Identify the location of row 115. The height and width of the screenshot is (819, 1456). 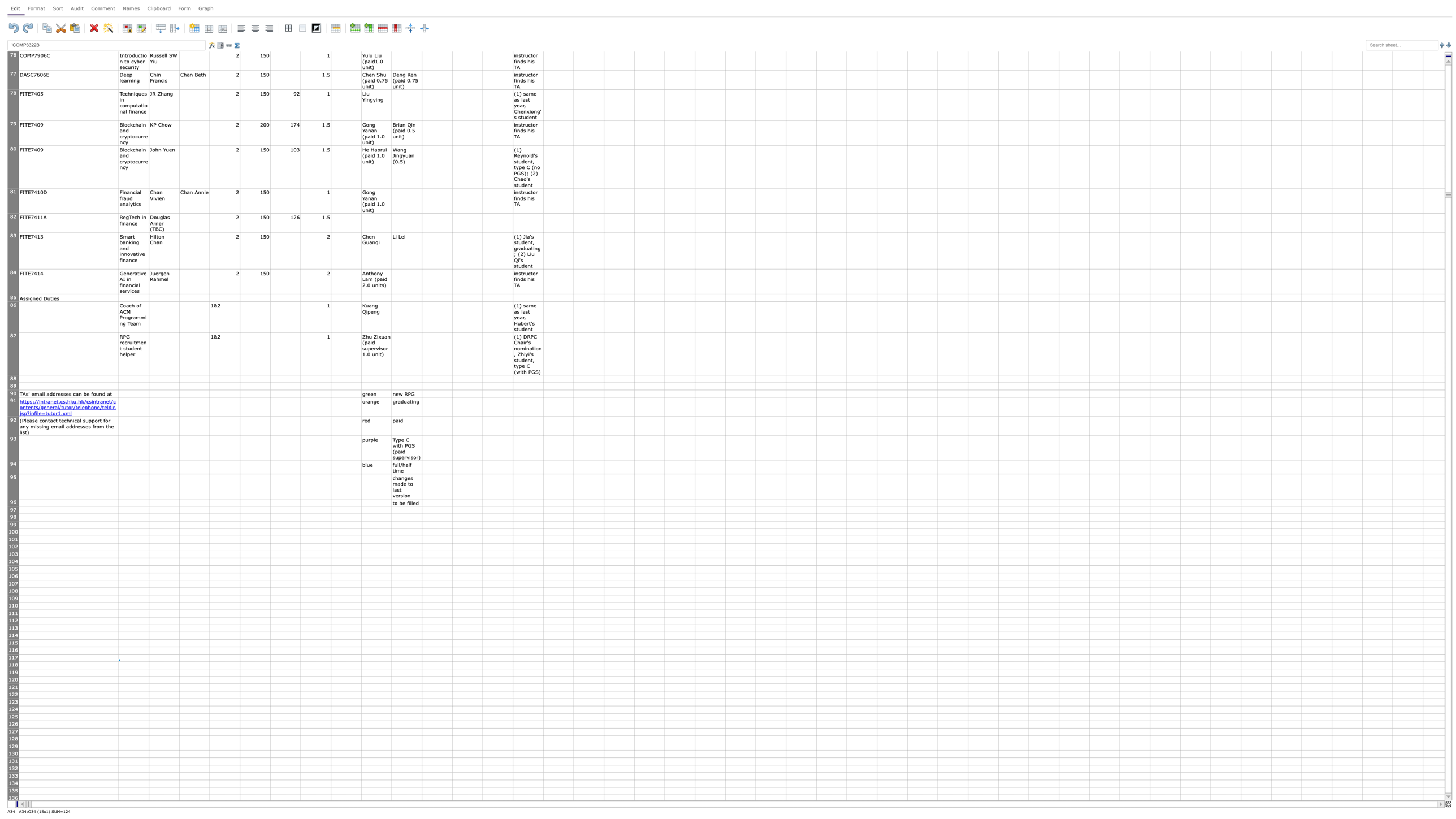
(13, 643).